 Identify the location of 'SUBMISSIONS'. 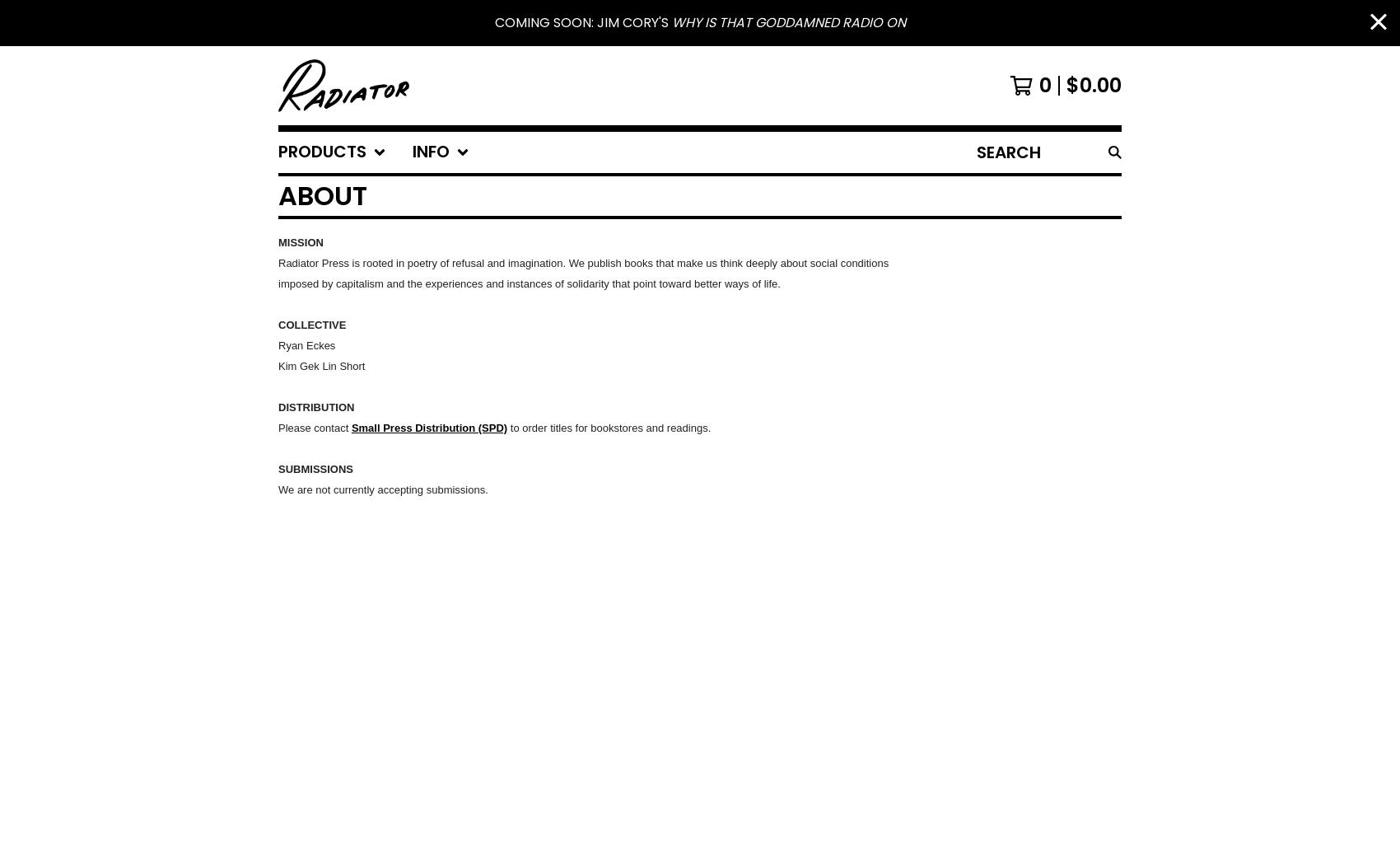
(315, 469).